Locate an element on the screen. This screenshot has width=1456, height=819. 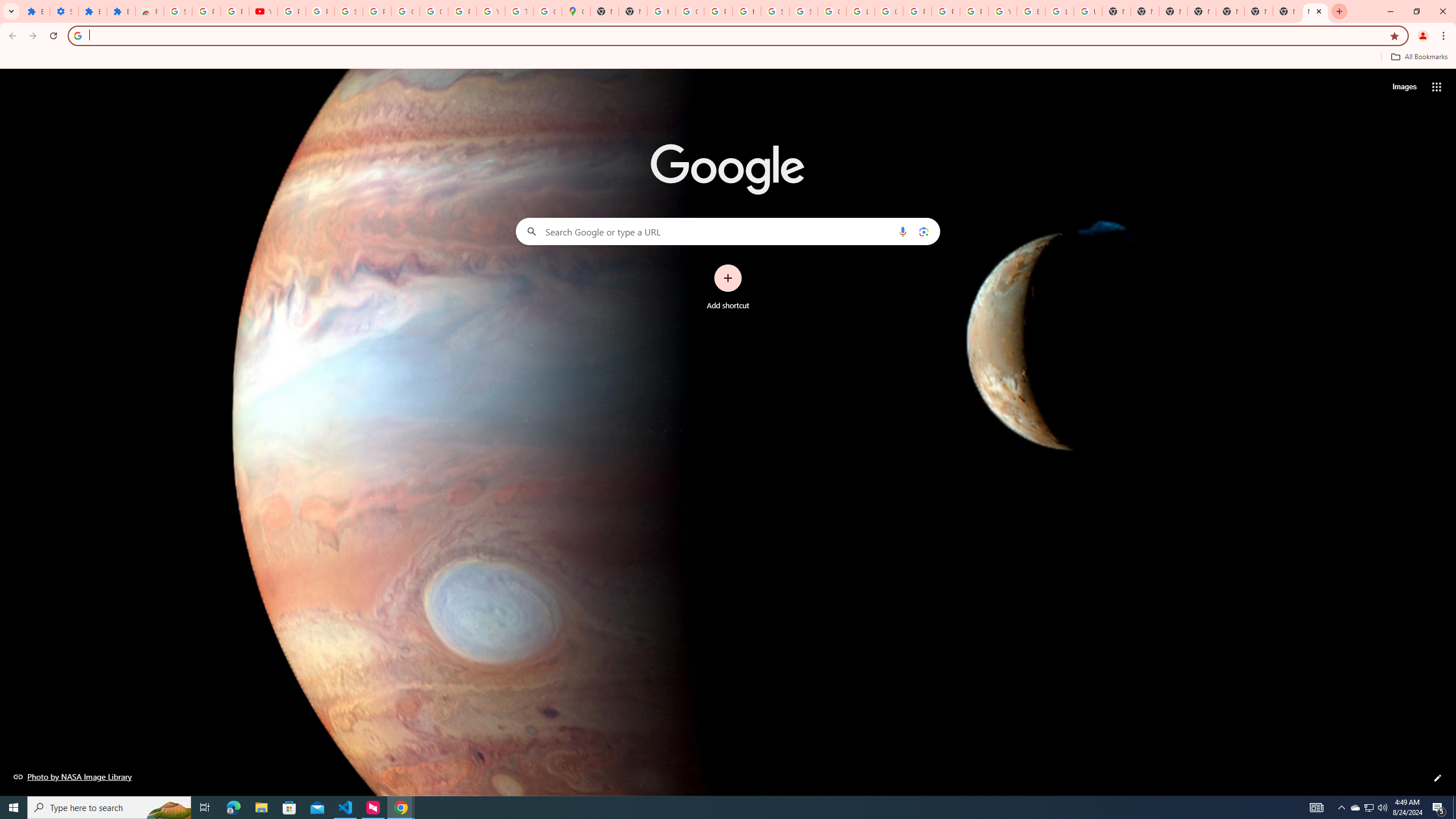
'YouTube' is located at coordinates (1002, 11).